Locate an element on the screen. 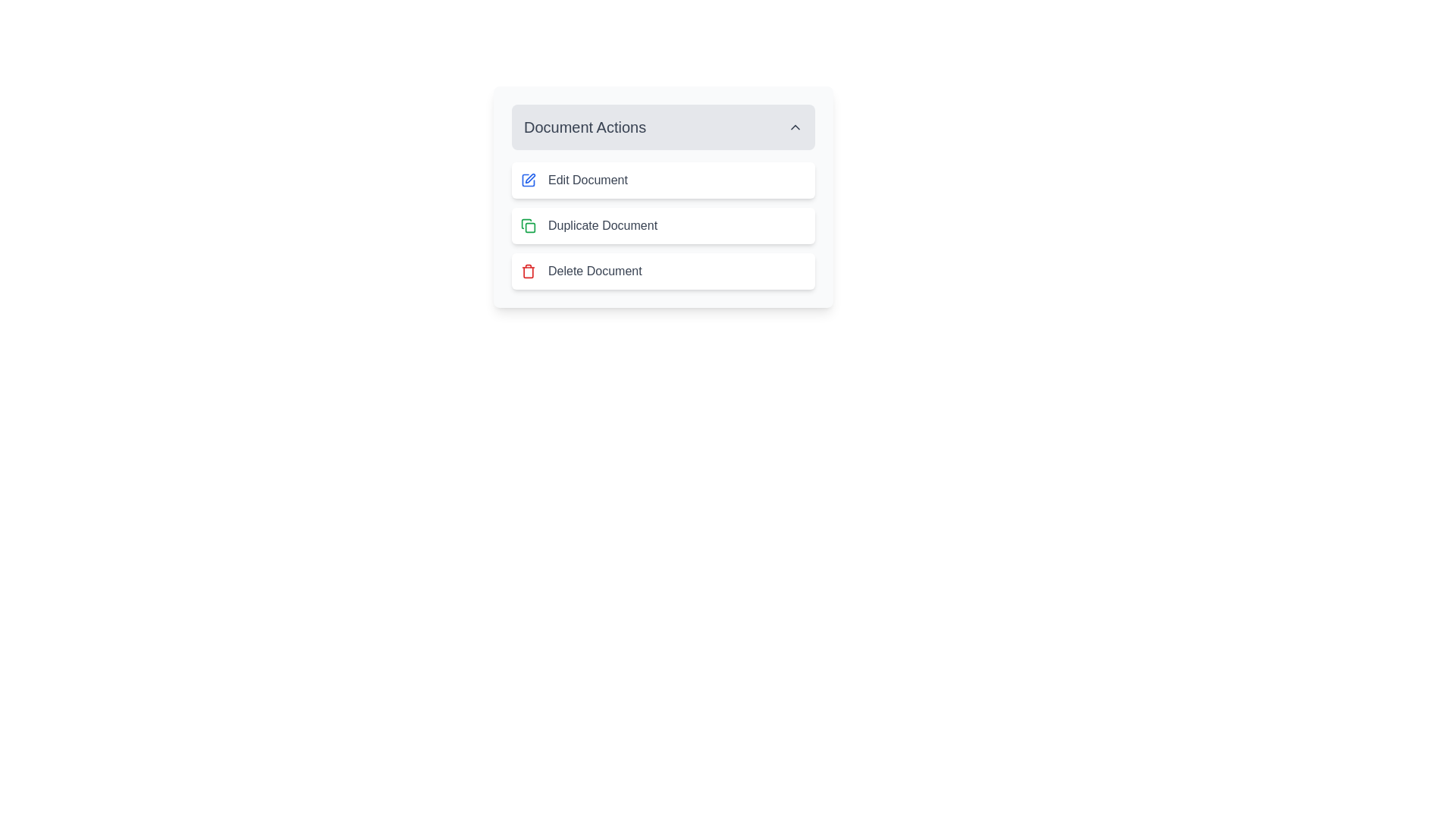 This screenshot has height=819, width=1456. the delete button located as the third item under the 'Document Actions' section is located at coordinates (663, 271).